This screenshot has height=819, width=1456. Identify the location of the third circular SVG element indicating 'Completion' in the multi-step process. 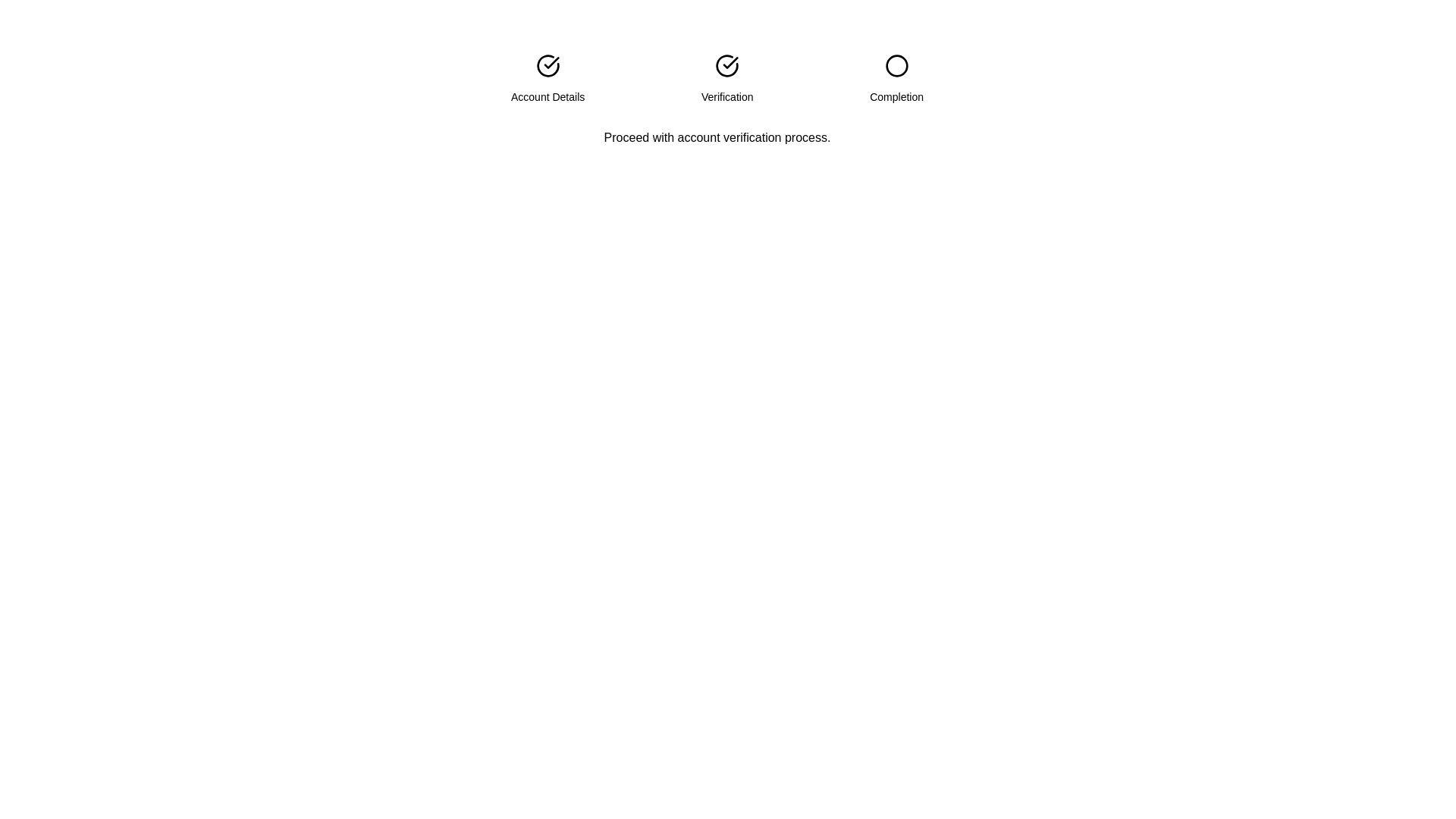
(896, 65).